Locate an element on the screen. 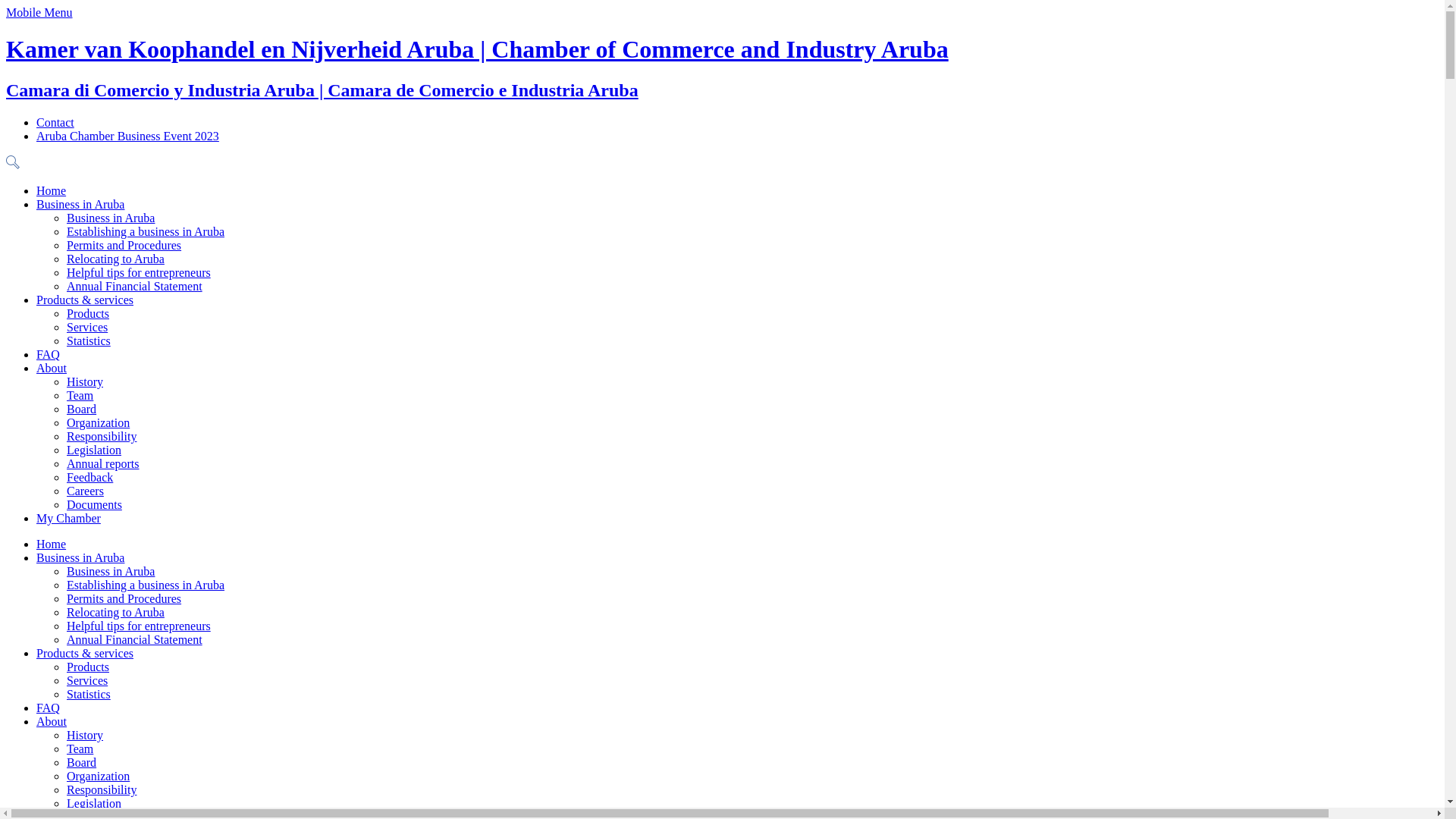 The height and width of the screenshot is (819, 1456). 'Services' is located at coordinates (65, 326).